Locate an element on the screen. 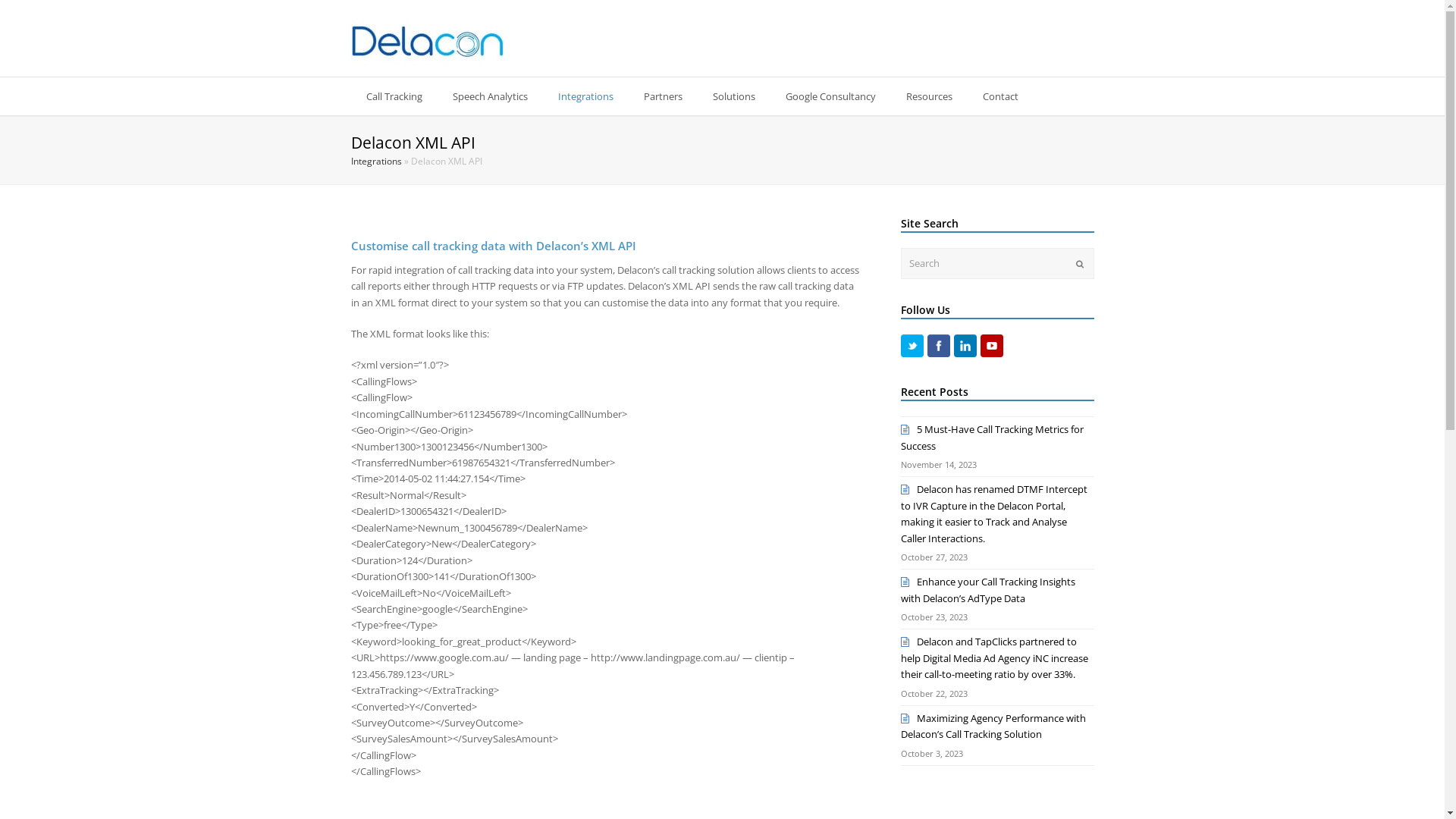  'Delacon Australia' is located at coordinates (349, 40).